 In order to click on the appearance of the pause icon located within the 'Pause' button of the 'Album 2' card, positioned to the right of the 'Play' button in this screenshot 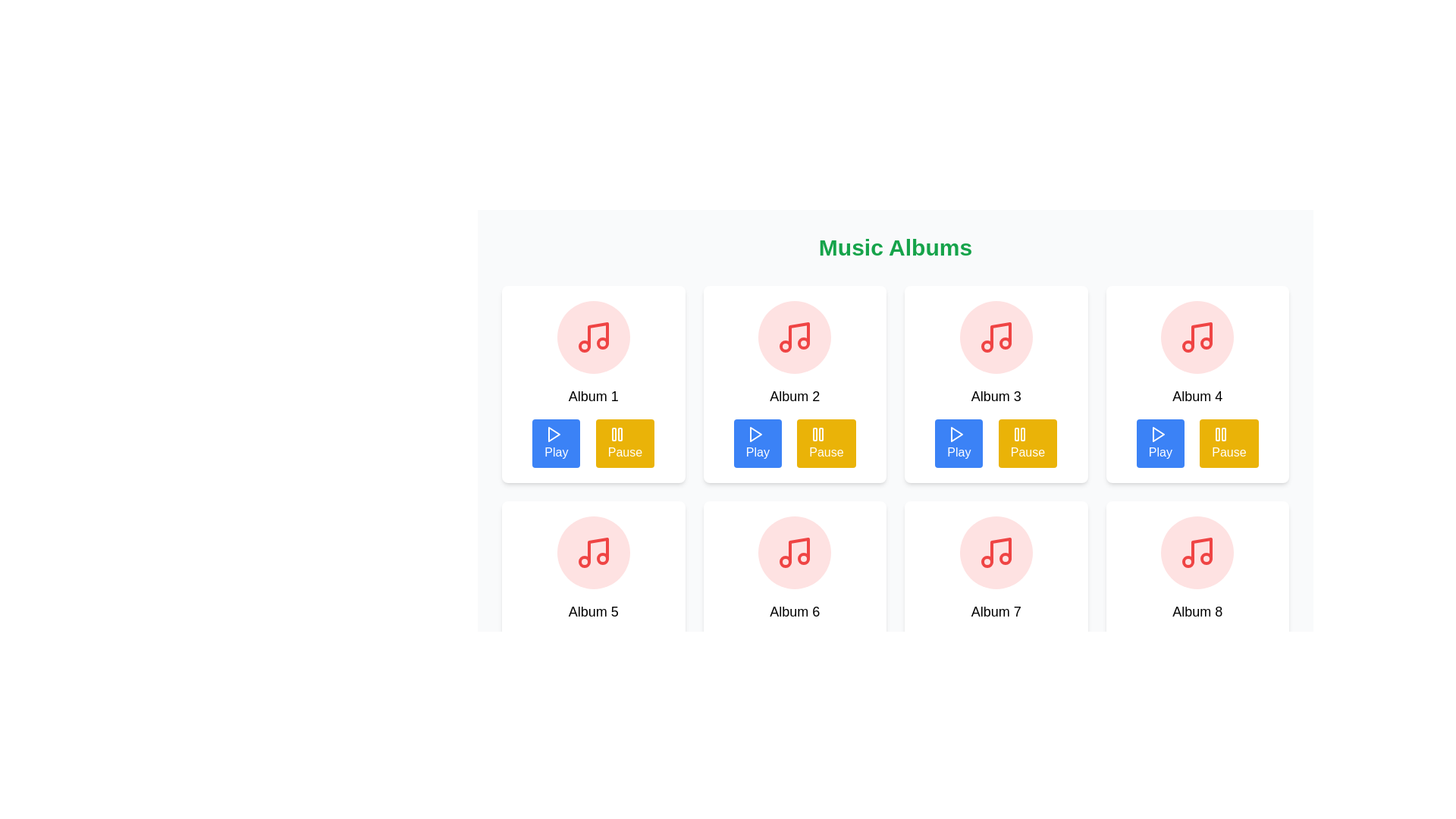, I will do `click(617, 435)`.